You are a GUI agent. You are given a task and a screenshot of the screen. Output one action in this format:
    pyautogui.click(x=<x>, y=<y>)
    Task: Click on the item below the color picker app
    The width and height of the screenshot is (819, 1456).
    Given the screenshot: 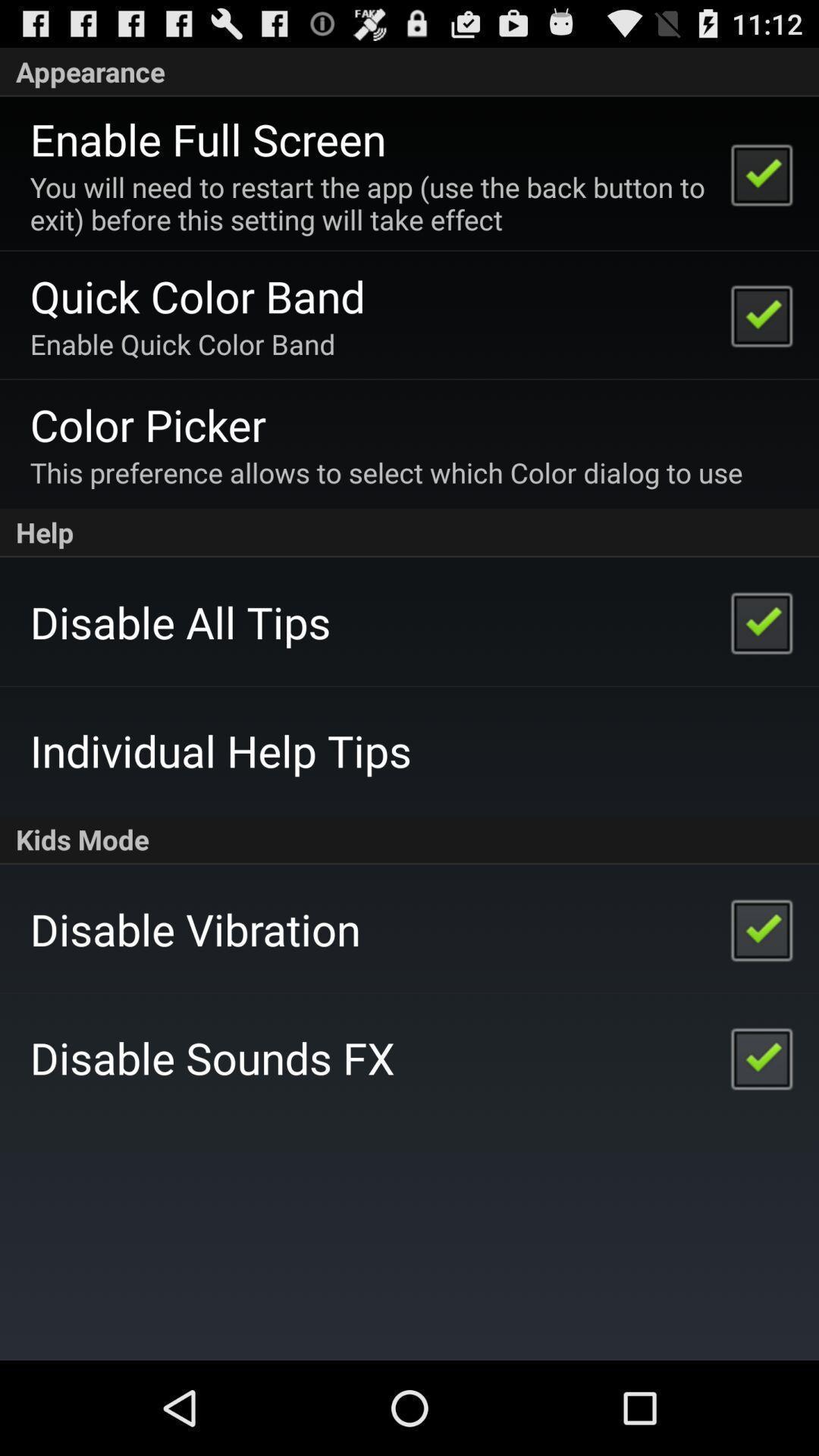 What is the action you would take?
    pyautogui.click(x=385, y=472)
    